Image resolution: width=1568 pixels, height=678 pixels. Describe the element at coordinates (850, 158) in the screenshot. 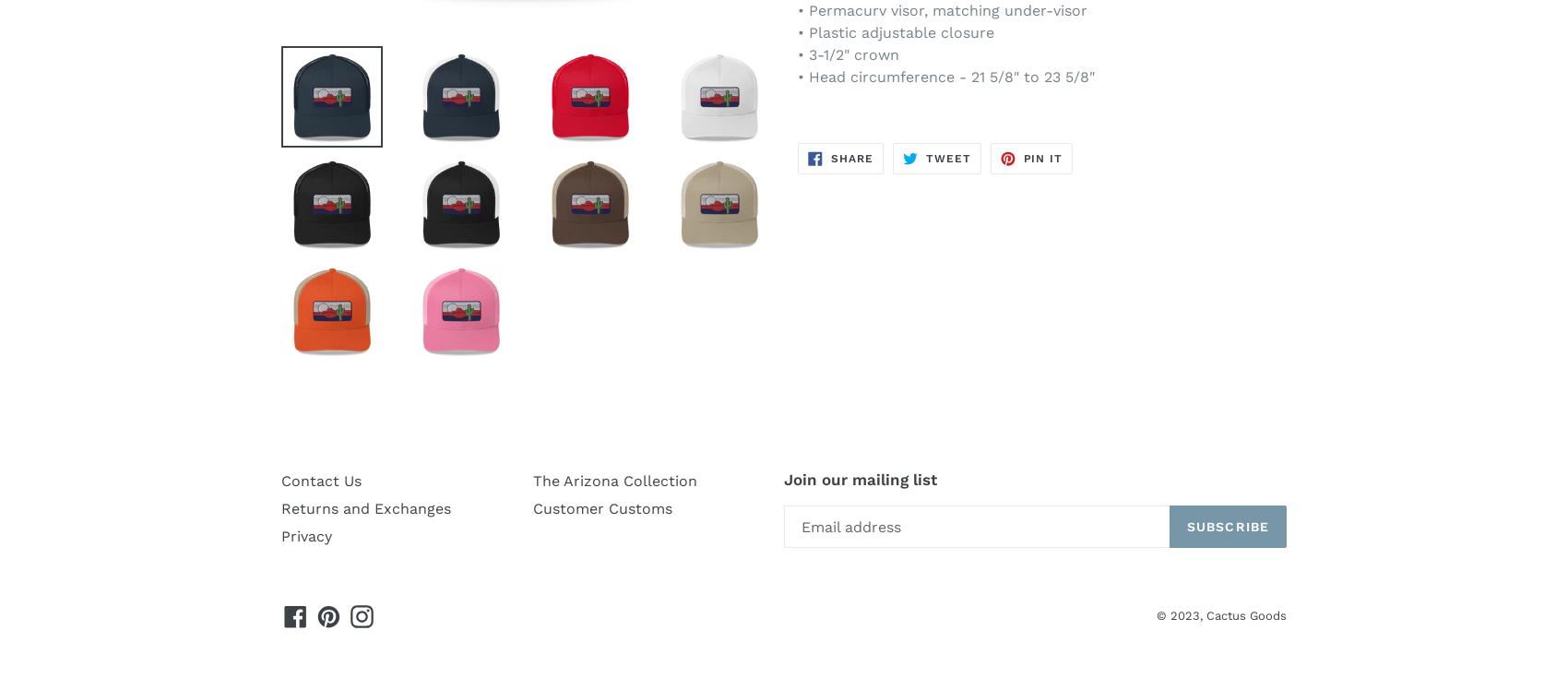

I see `'Share'` at that location.